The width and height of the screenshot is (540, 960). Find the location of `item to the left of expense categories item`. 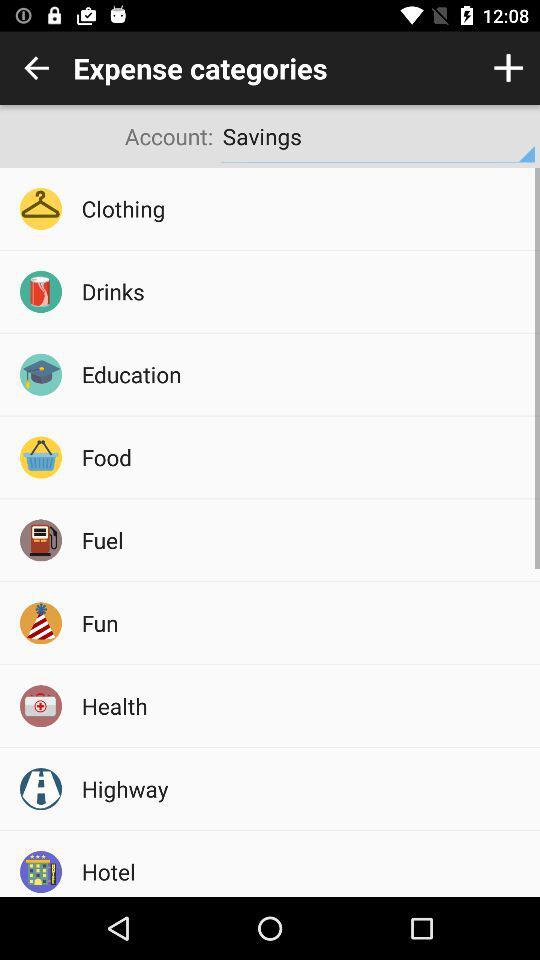

item to the left of expense categories item is located at coordinates (36, 68).